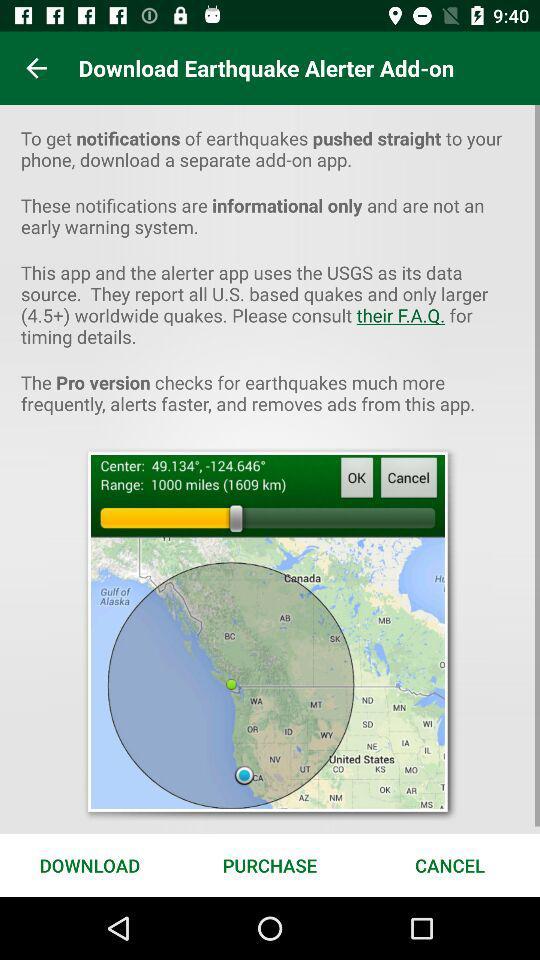 This screenshot has width=540, height=960. Describe the element at coordinates (36, 68) in the screenshot. I see `the item above the to get notifications` at that location.